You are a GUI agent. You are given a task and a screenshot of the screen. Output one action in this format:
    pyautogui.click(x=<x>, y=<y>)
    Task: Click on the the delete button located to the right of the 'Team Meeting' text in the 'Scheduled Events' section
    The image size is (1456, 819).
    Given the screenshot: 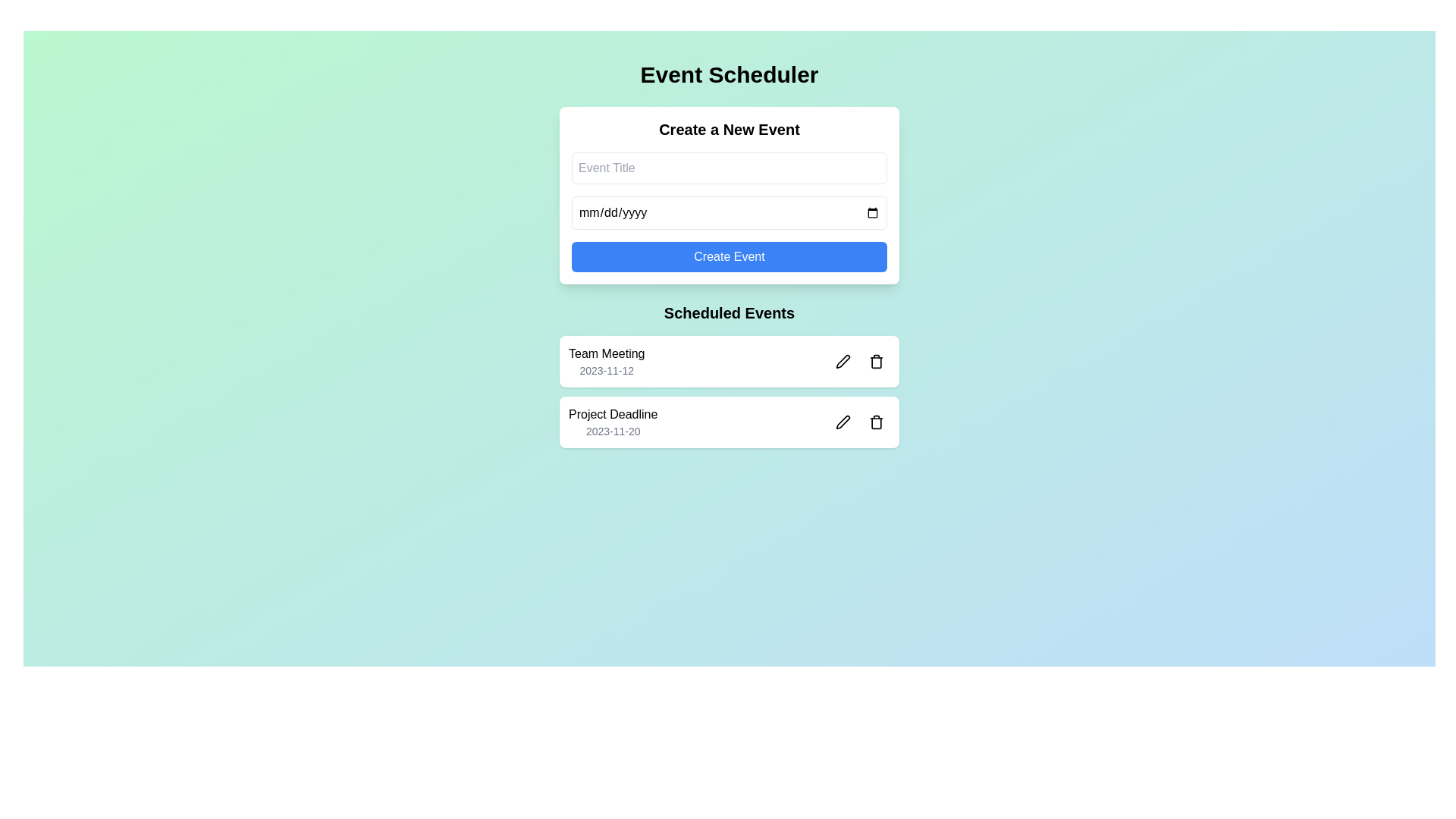 What is the action you would take?
    pyautogui.click(x=877, y=362)
    